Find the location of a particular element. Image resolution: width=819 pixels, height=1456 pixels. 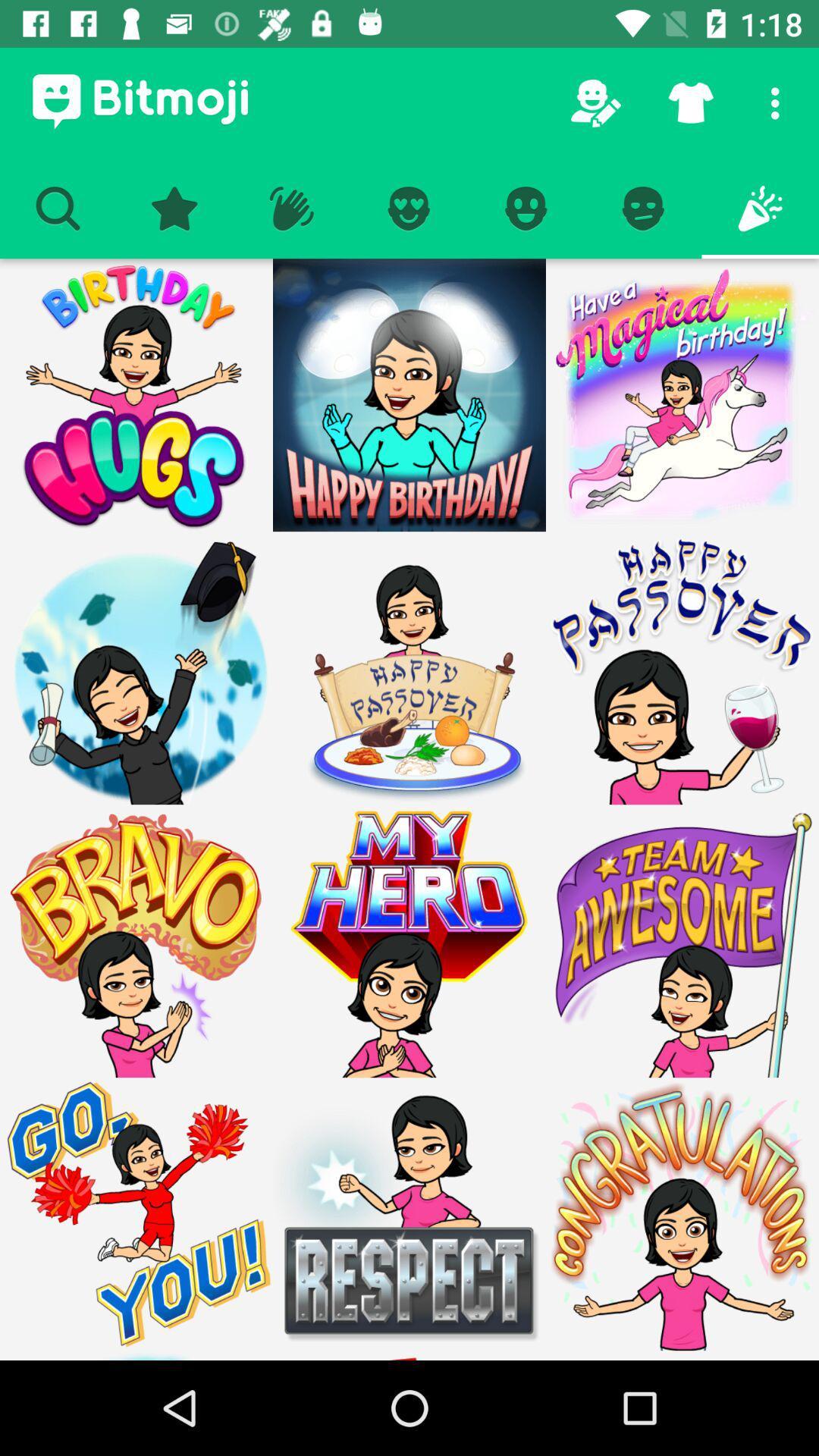

option is located at coordinates (681, 1214).